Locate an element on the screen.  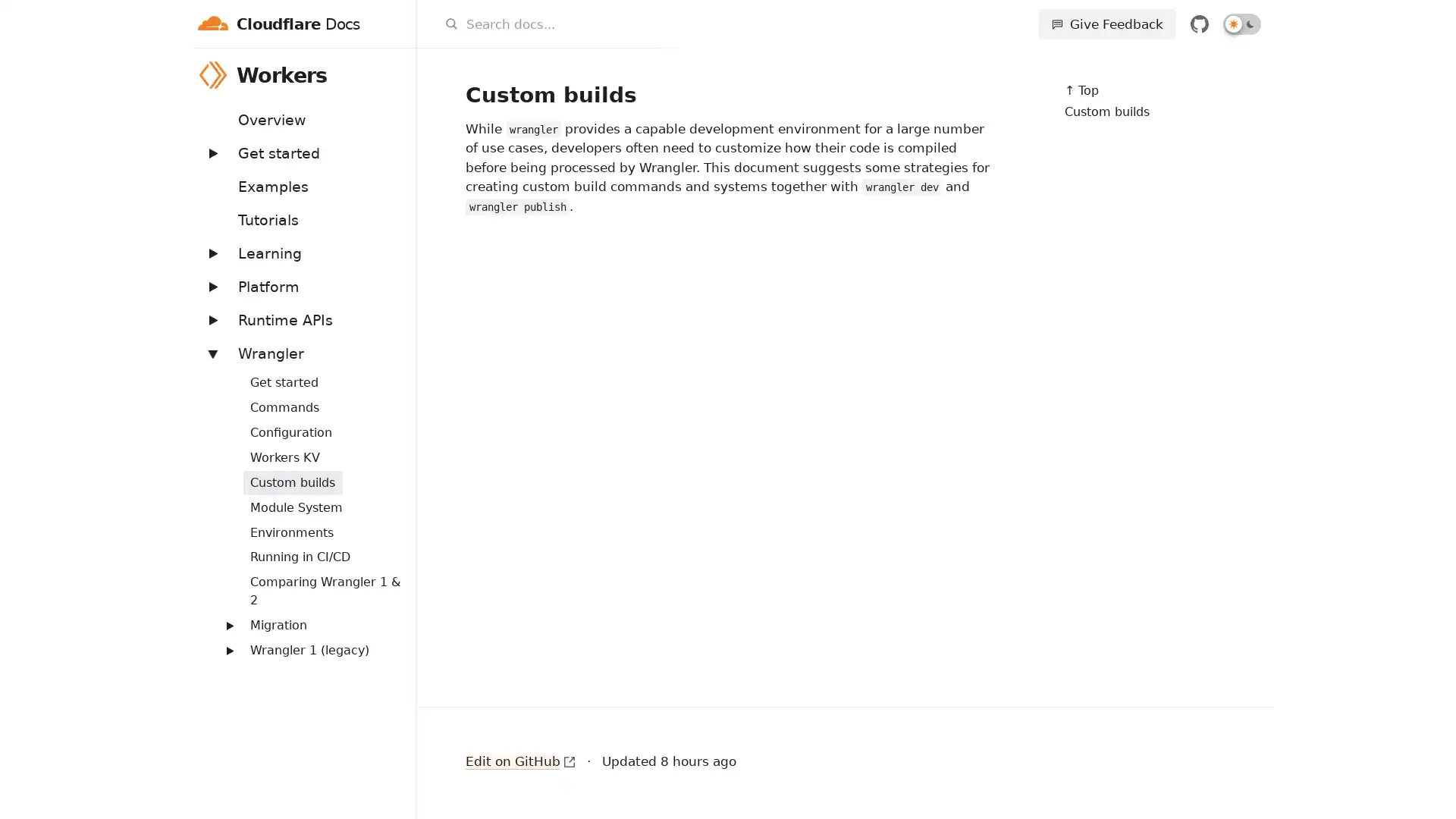
Give Feedback is located at coordinates (1106, 24).